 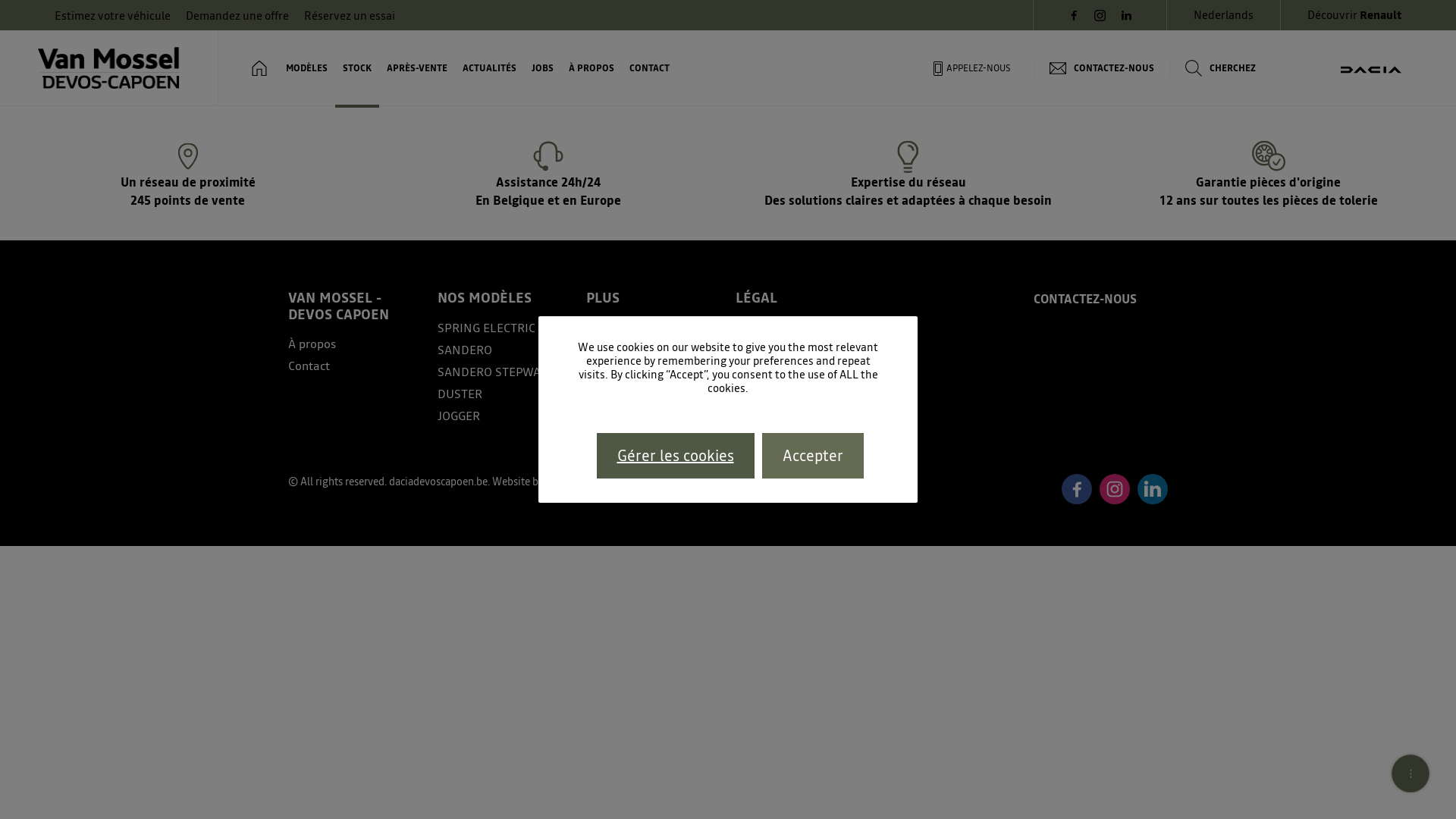 I want to click on 'Nederlands', so click(x=1193, y=15).